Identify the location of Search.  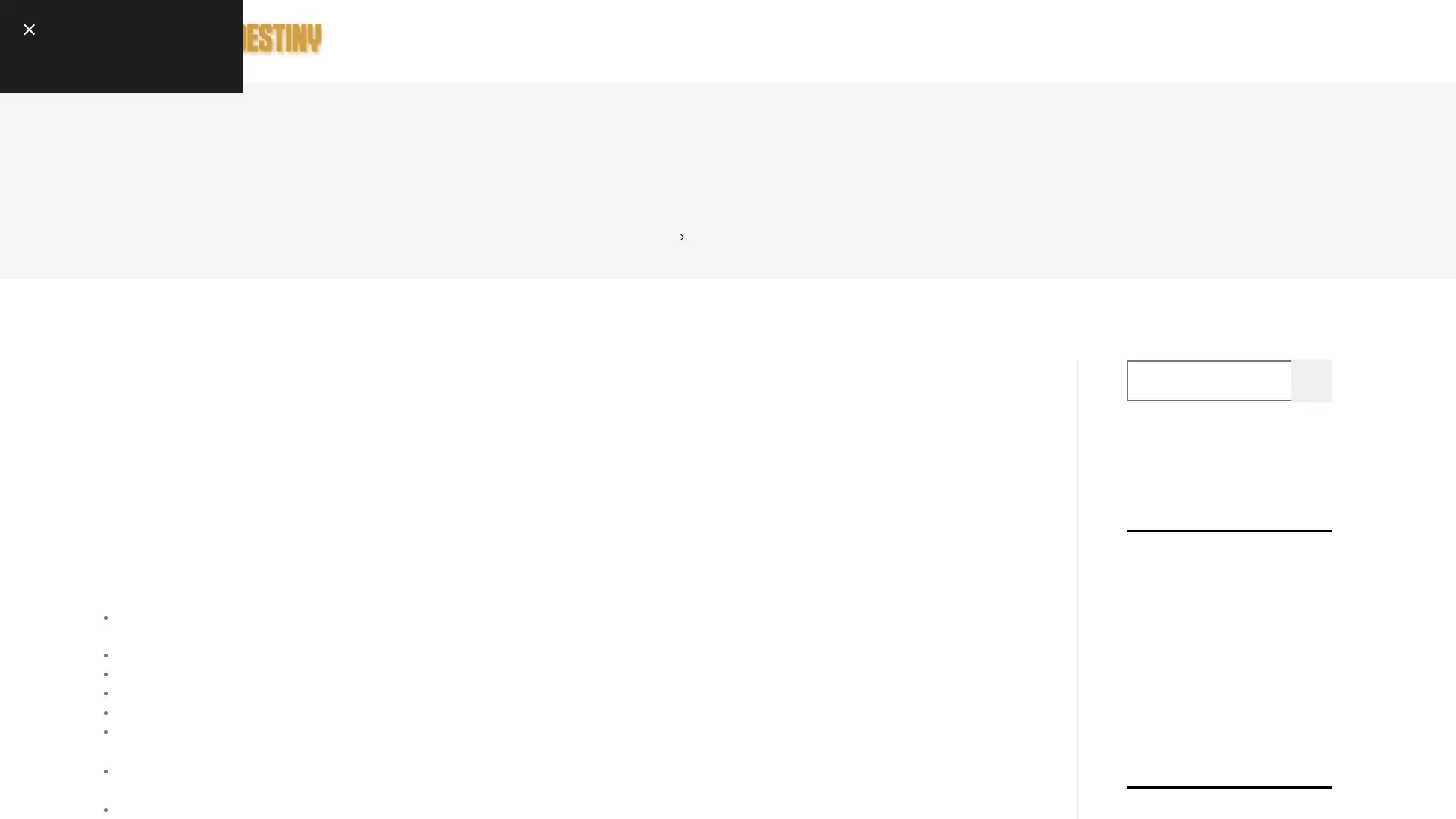
(1310, 390).